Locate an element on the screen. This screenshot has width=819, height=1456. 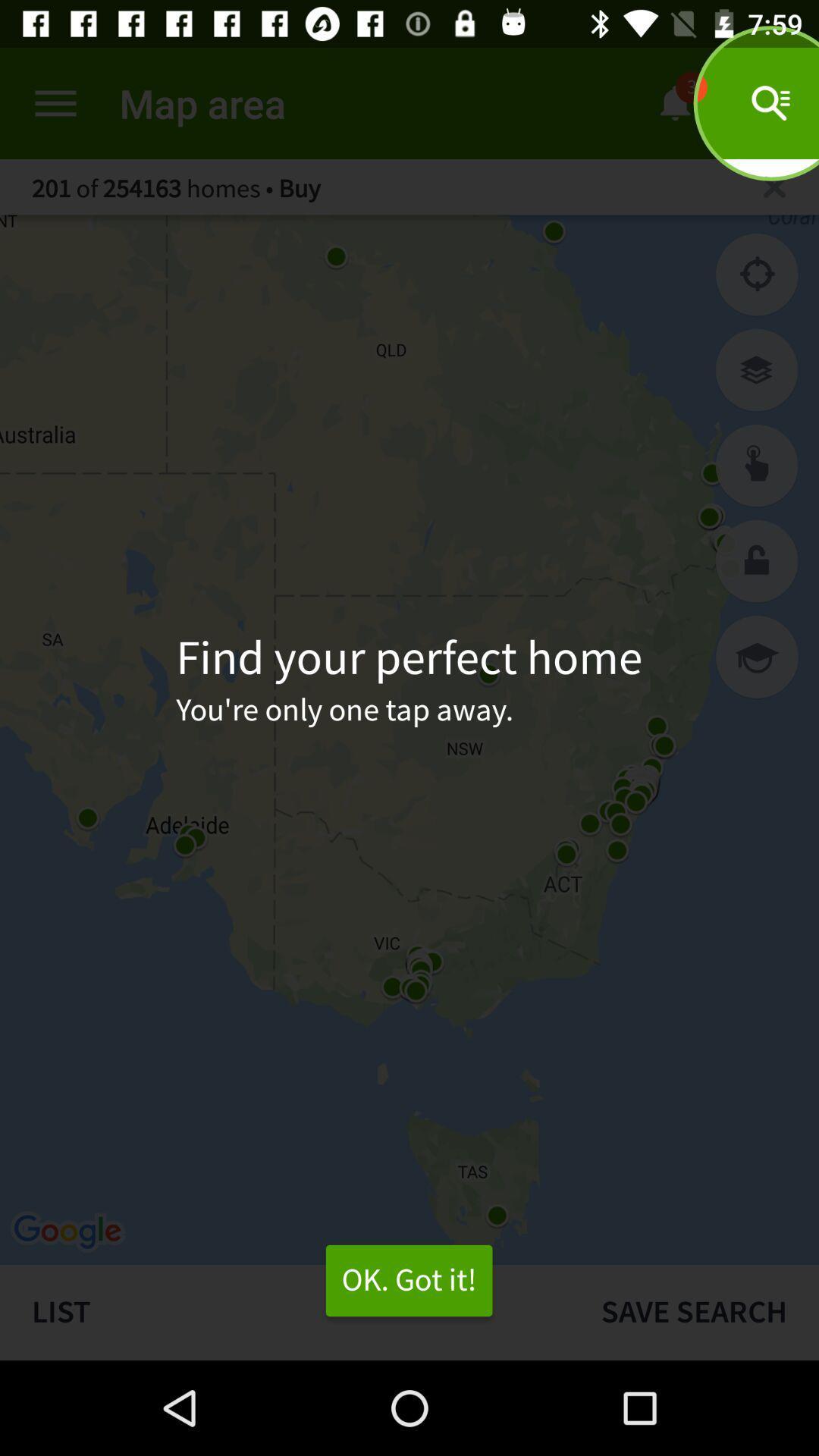
search location is located at coordinates (774, 186).